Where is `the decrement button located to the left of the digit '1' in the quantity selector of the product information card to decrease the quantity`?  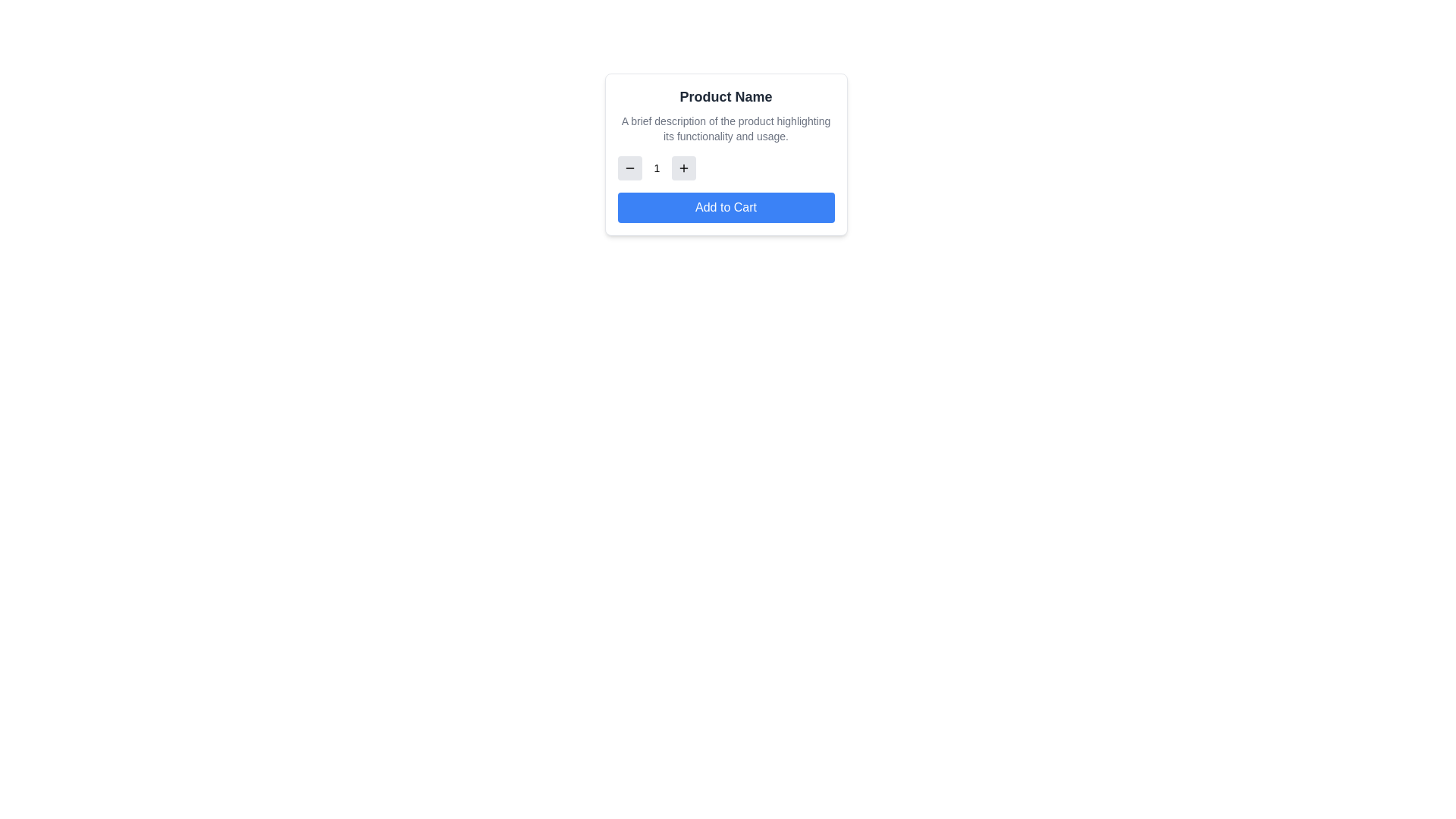
the decrement button located to the left of the digit '1' in the quantity selector of the product information card to decrease the quantity is located at coordinates (629, 168).